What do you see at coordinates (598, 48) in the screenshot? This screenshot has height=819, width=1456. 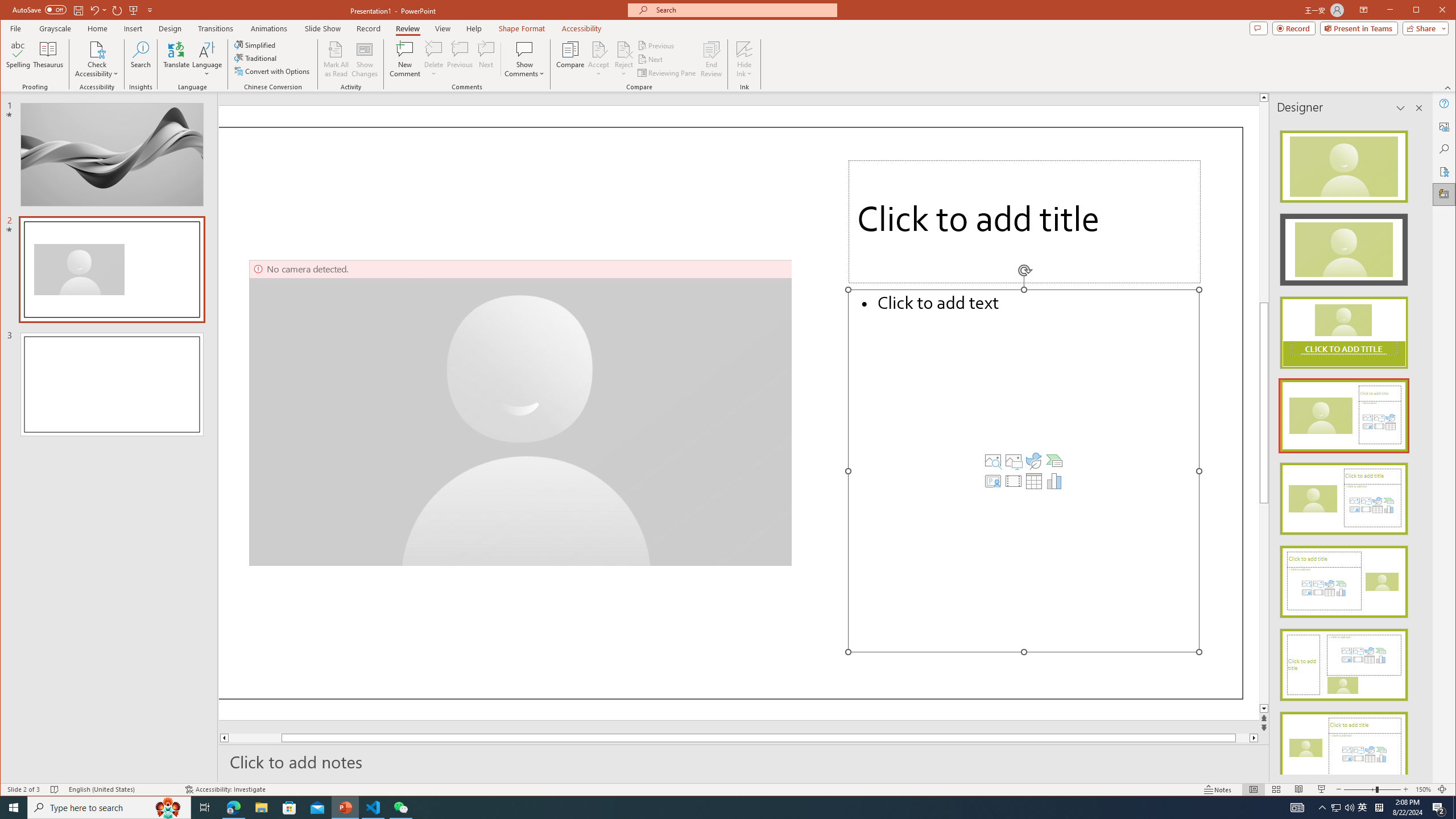 I see `'Accept Change'` at bounding box center [598, 48].